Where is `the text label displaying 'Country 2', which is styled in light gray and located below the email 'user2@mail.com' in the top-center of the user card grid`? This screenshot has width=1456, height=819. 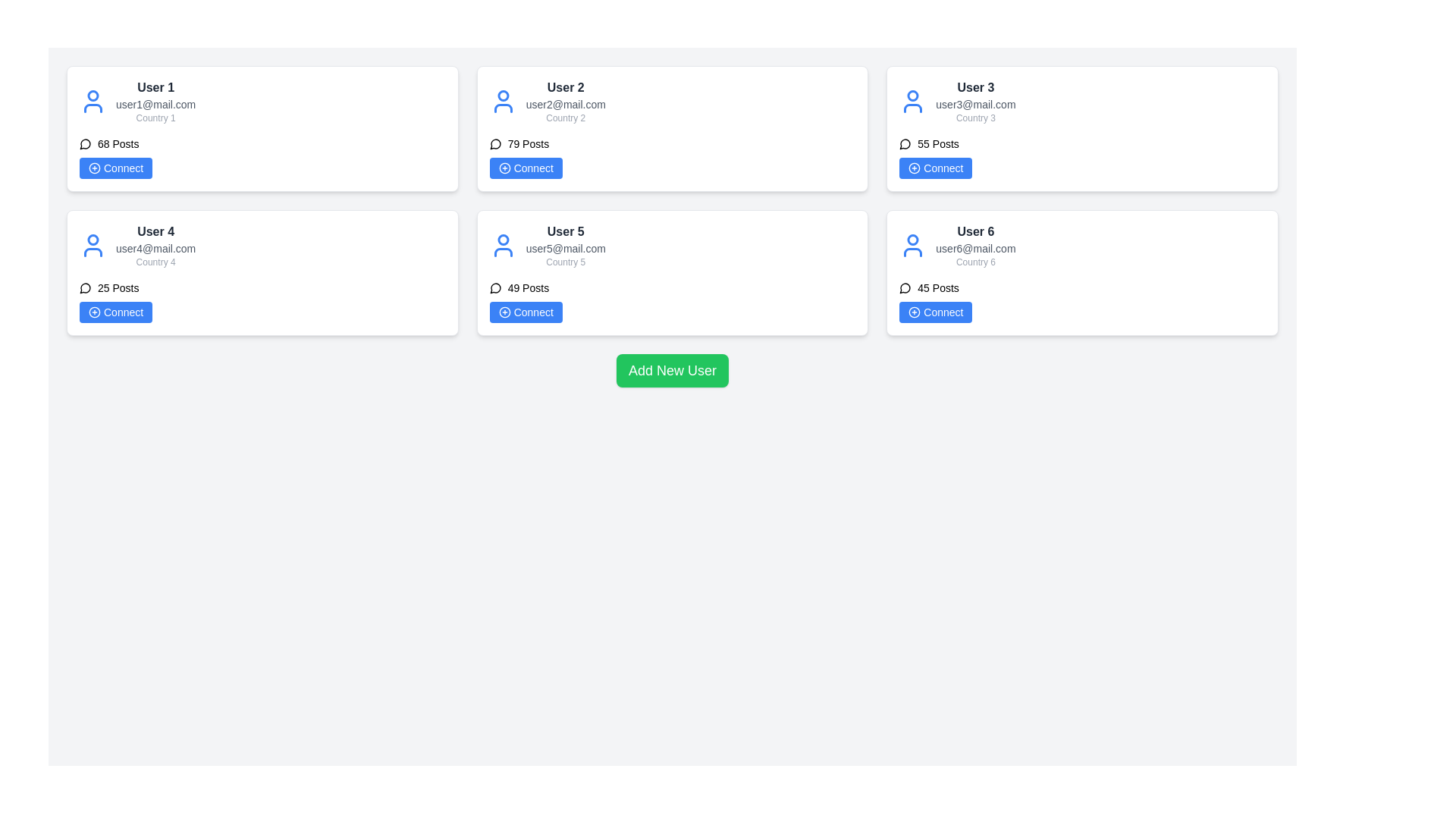
the text label displaying 'Country 2', which is styled in light gray and located below the email 'user2@mail.com' in the top-center of the user card grid is located at coordinates (565, 117).